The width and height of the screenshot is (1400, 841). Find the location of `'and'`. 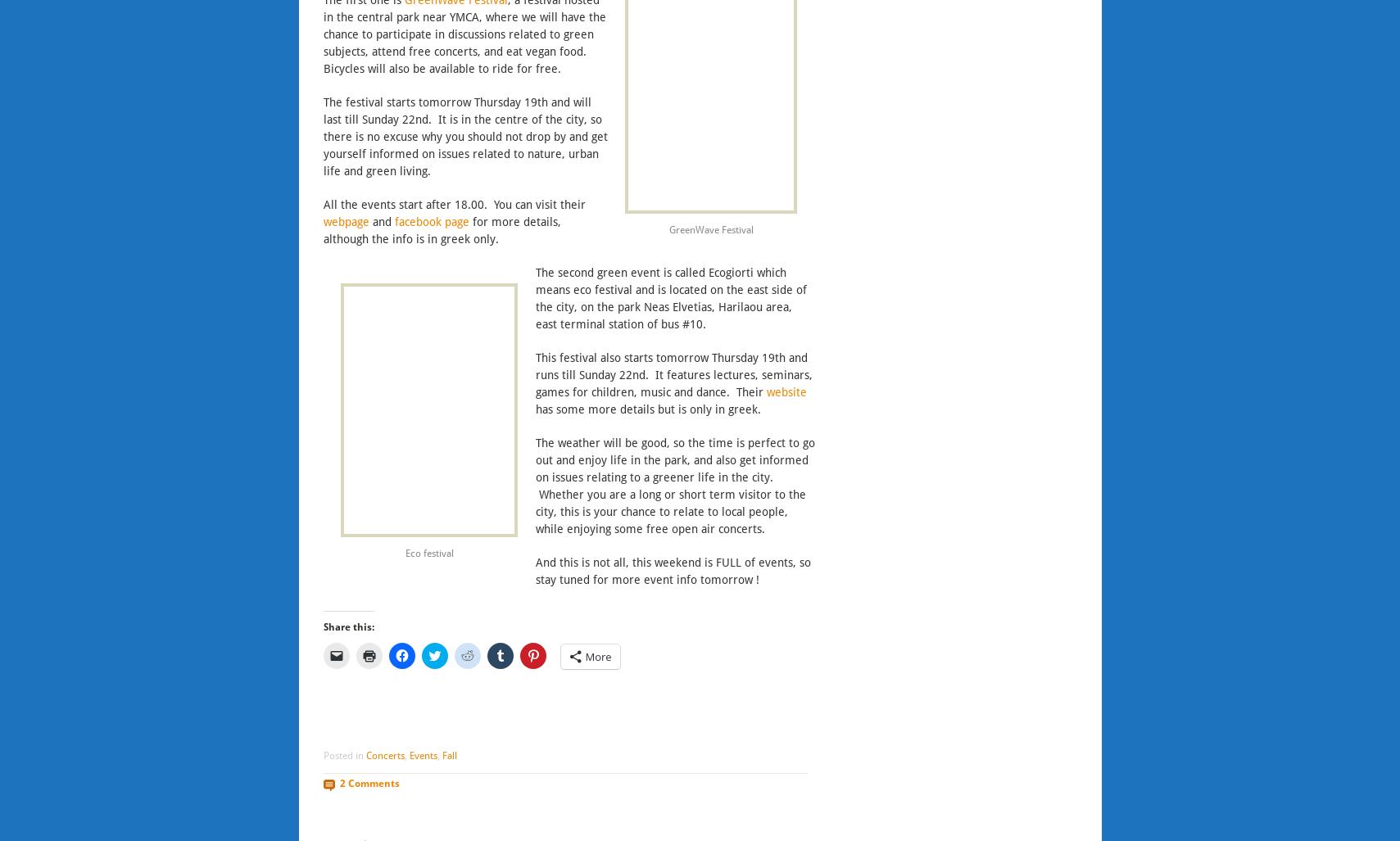

'and' is located at coordinates (367, 220).